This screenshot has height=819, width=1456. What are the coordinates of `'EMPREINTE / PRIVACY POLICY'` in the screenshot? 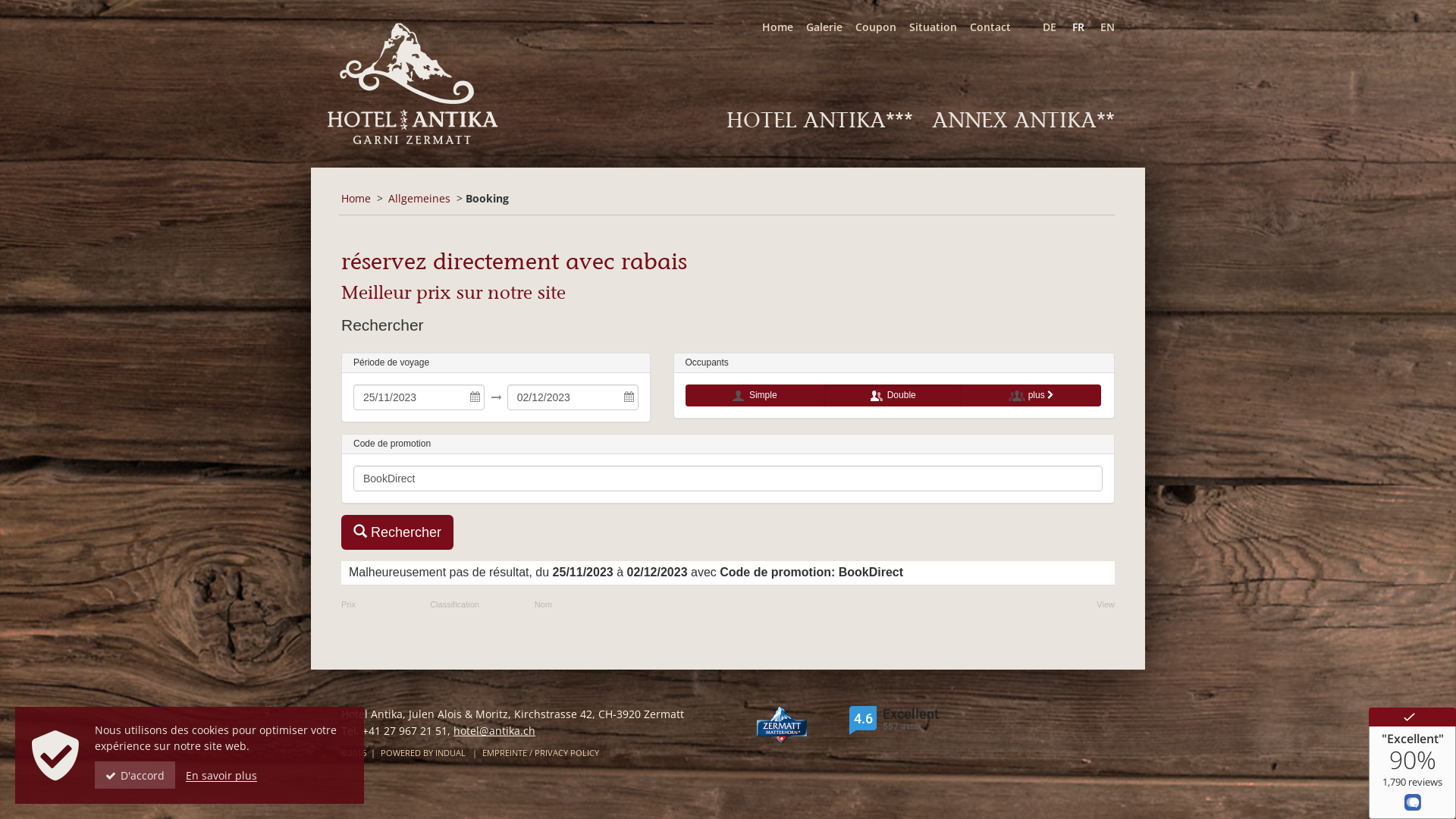 It's located at (541, 752).